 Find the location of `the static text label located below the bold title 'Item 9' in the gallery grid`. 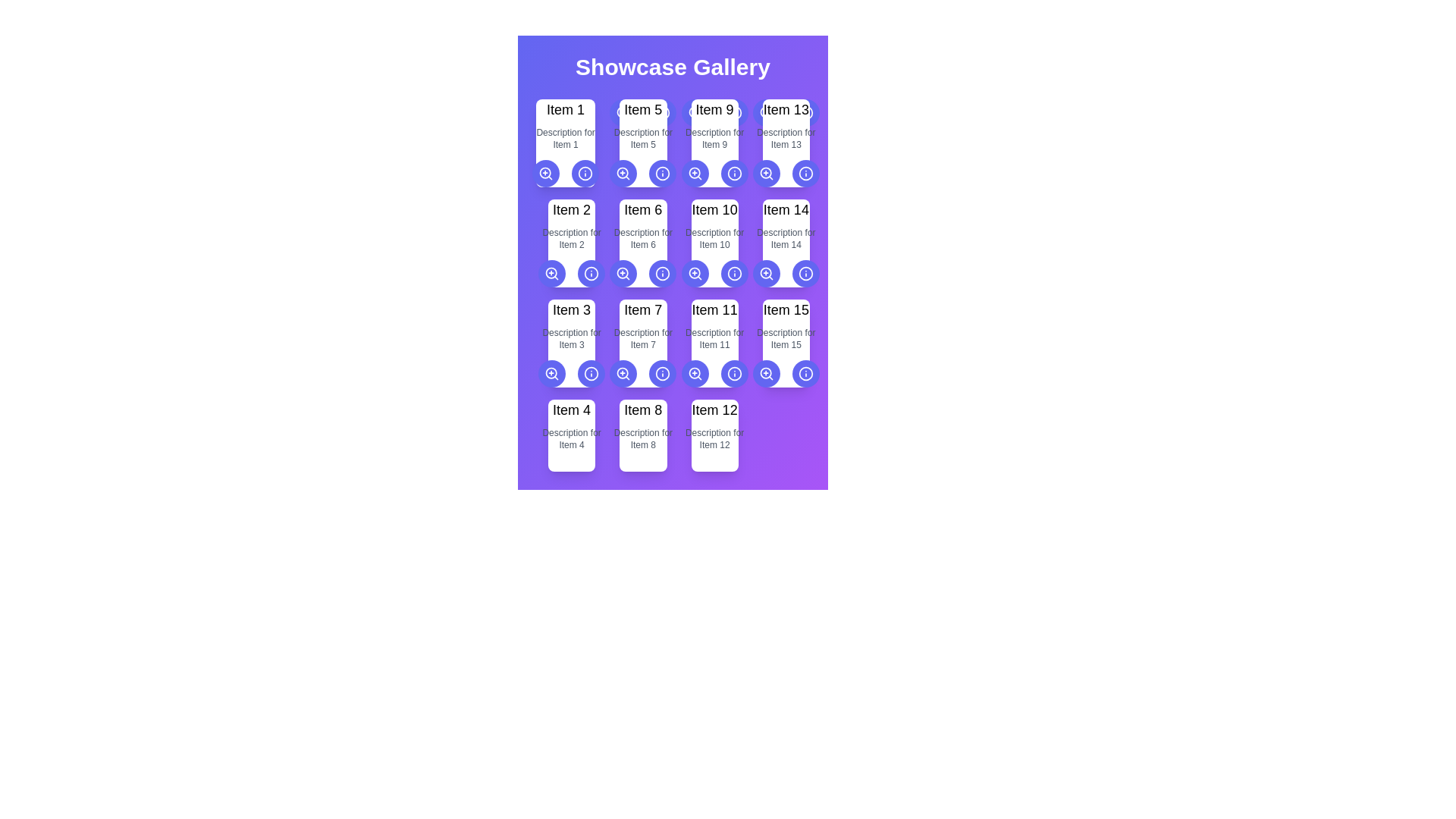

the static text label located below the bold title 'Item 9' in the gallery grid is located at coordinates (714, 138).